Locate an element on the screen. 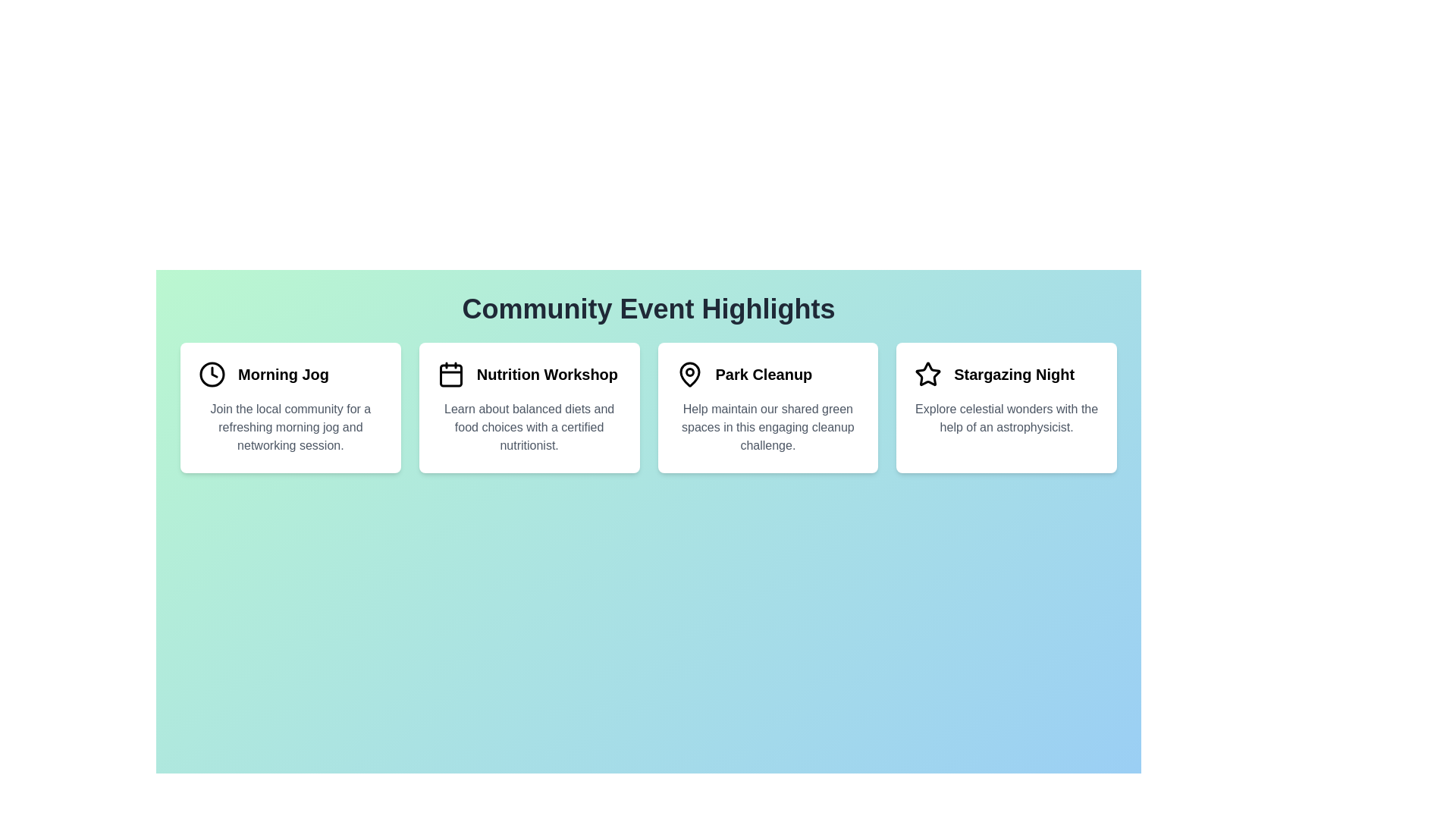 The width and height of the screenshot is (1456, 819). the text label that serves as the title for the event card named 'Morning Jog', which is located towards the top-left of the first card in a grid layout is located at coordinates (284, 374).